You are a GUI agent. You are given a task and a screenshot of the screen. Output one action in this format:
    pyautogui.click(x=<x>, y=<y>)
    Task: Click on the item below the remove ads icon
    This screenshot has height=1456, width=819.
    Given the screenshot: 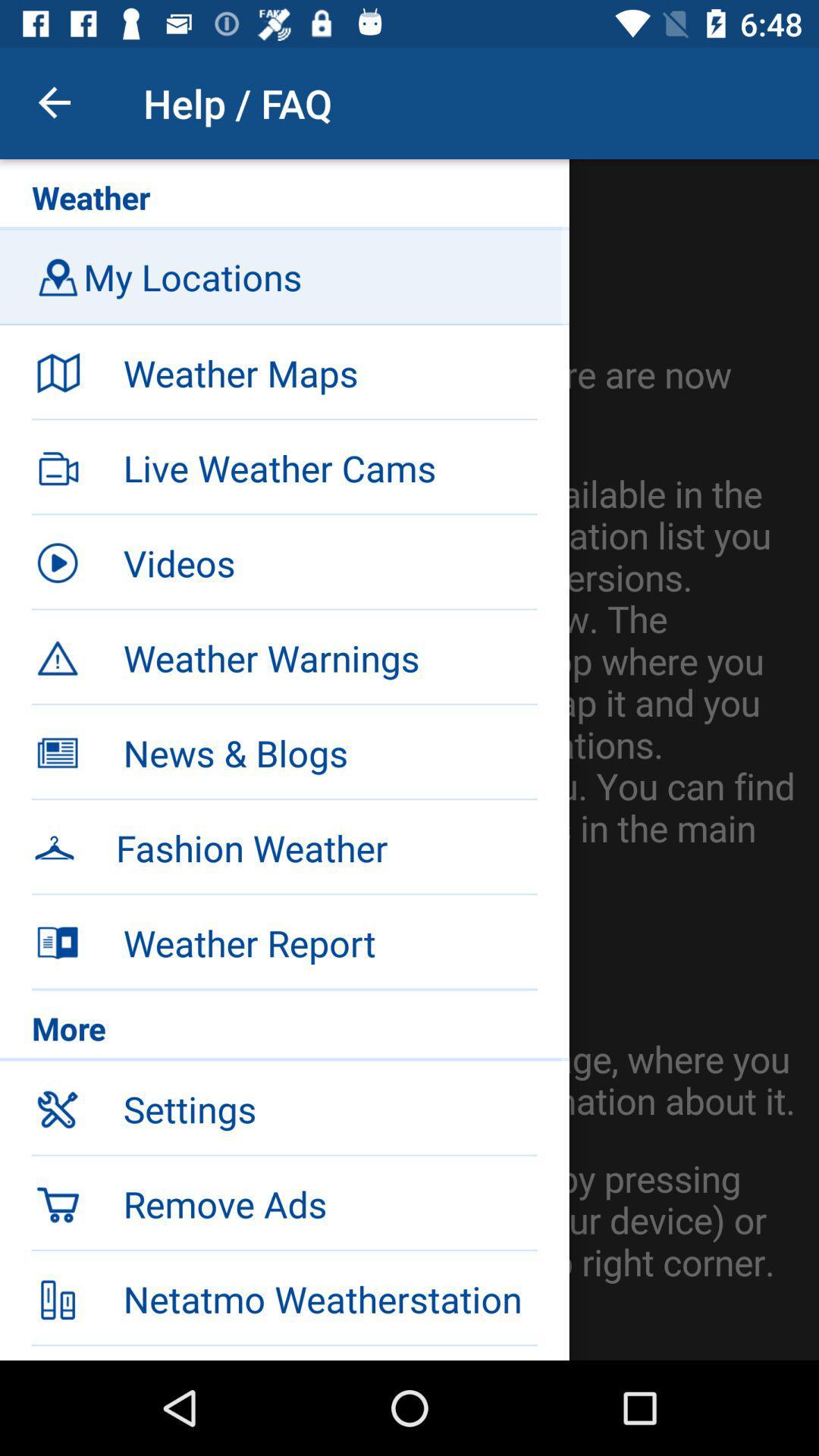 What is the action you would take?
    pyautogui.click(x=284, y=1296)
    